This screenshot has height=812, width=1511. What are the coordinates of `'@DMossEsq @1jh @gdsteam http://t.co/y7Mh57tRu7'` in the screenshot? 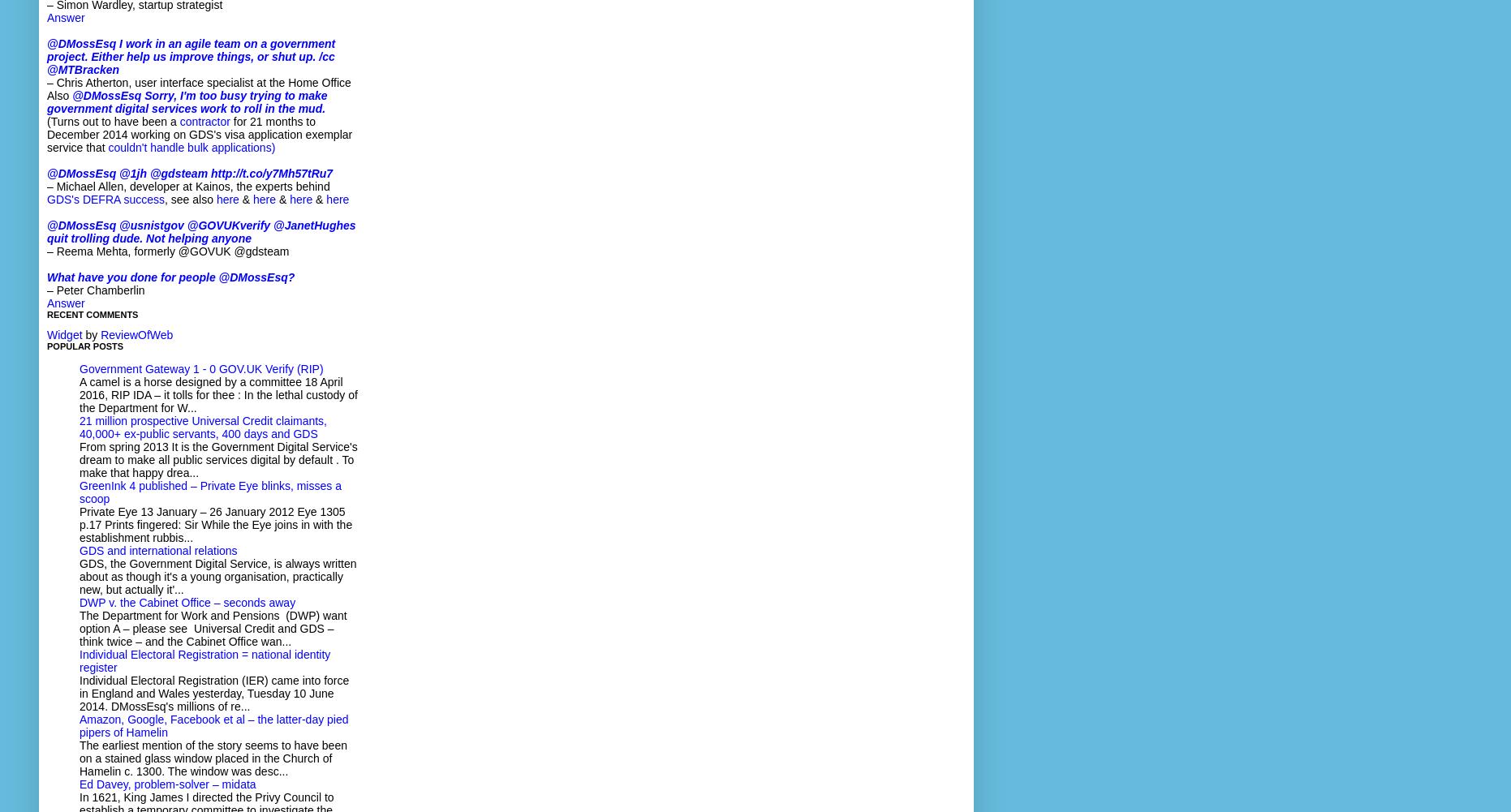 It's located at (190, 174).